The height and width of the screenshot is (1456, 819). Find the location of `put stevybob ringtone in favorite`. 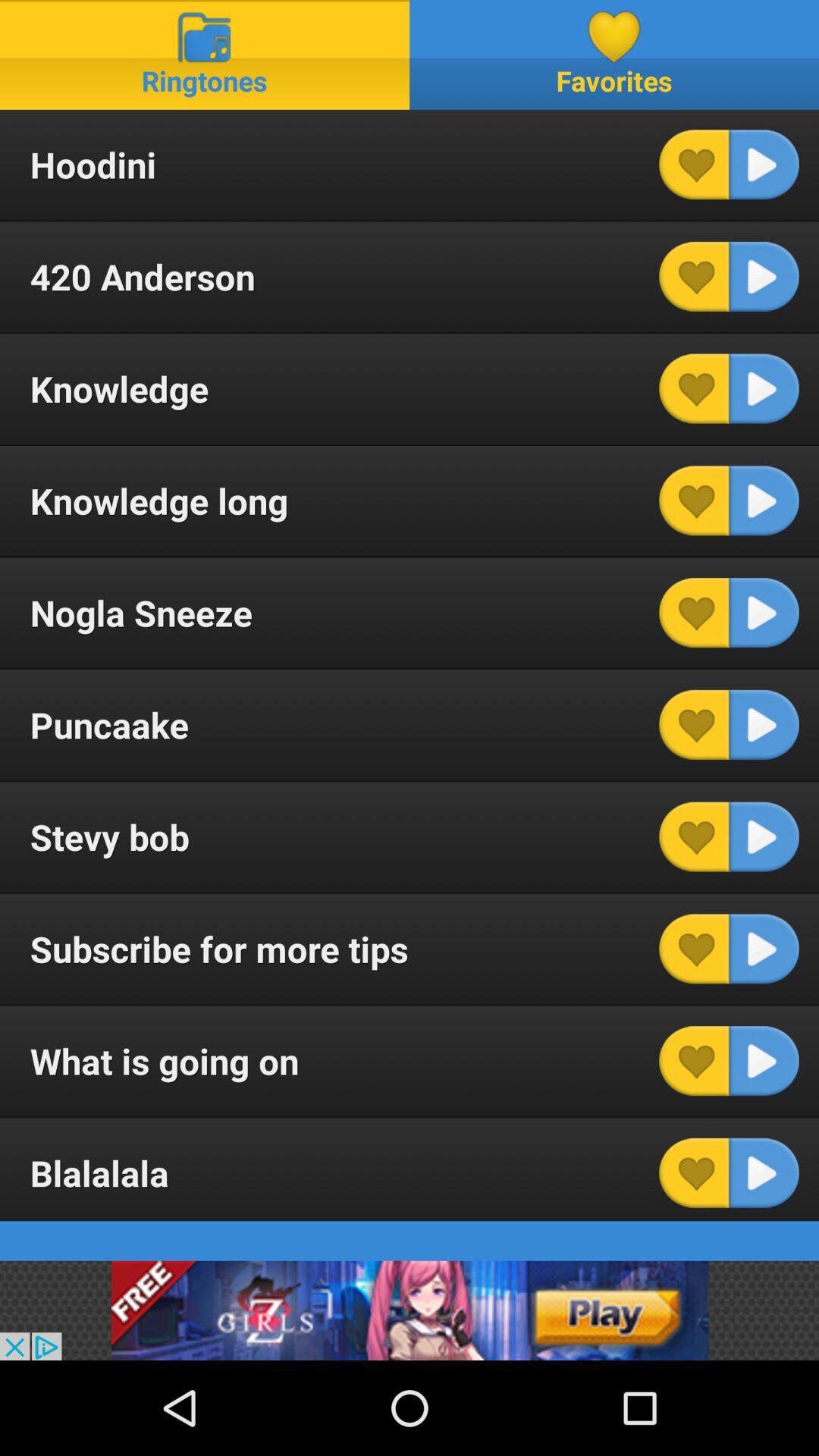

put stevybob ringtone in favorite is located at coordinates (694, 836).